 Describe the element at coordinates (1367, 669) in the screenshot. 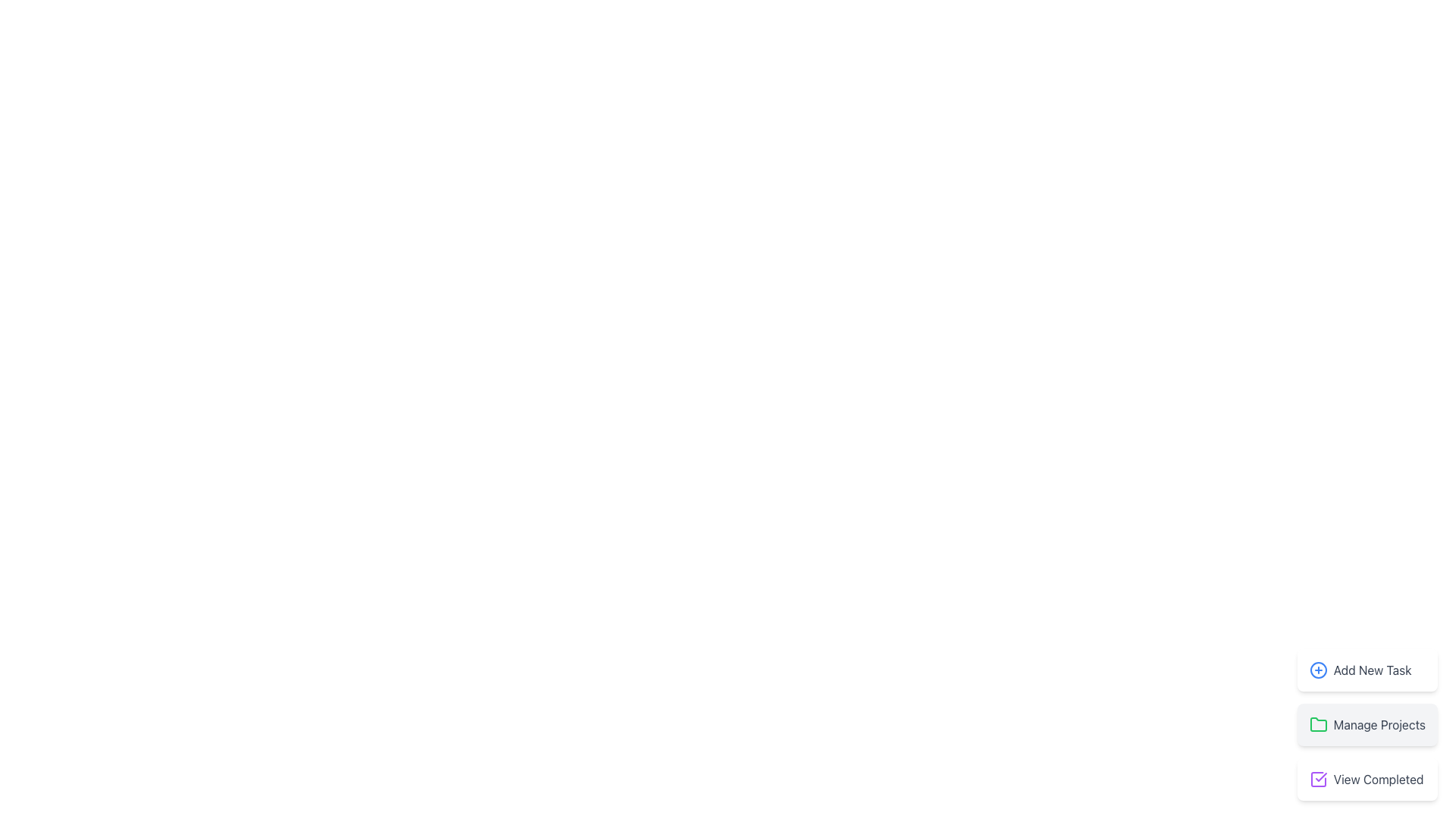

I see `the button located near the bottom-right corner that serves as a trigger for adding a new task` at that location.